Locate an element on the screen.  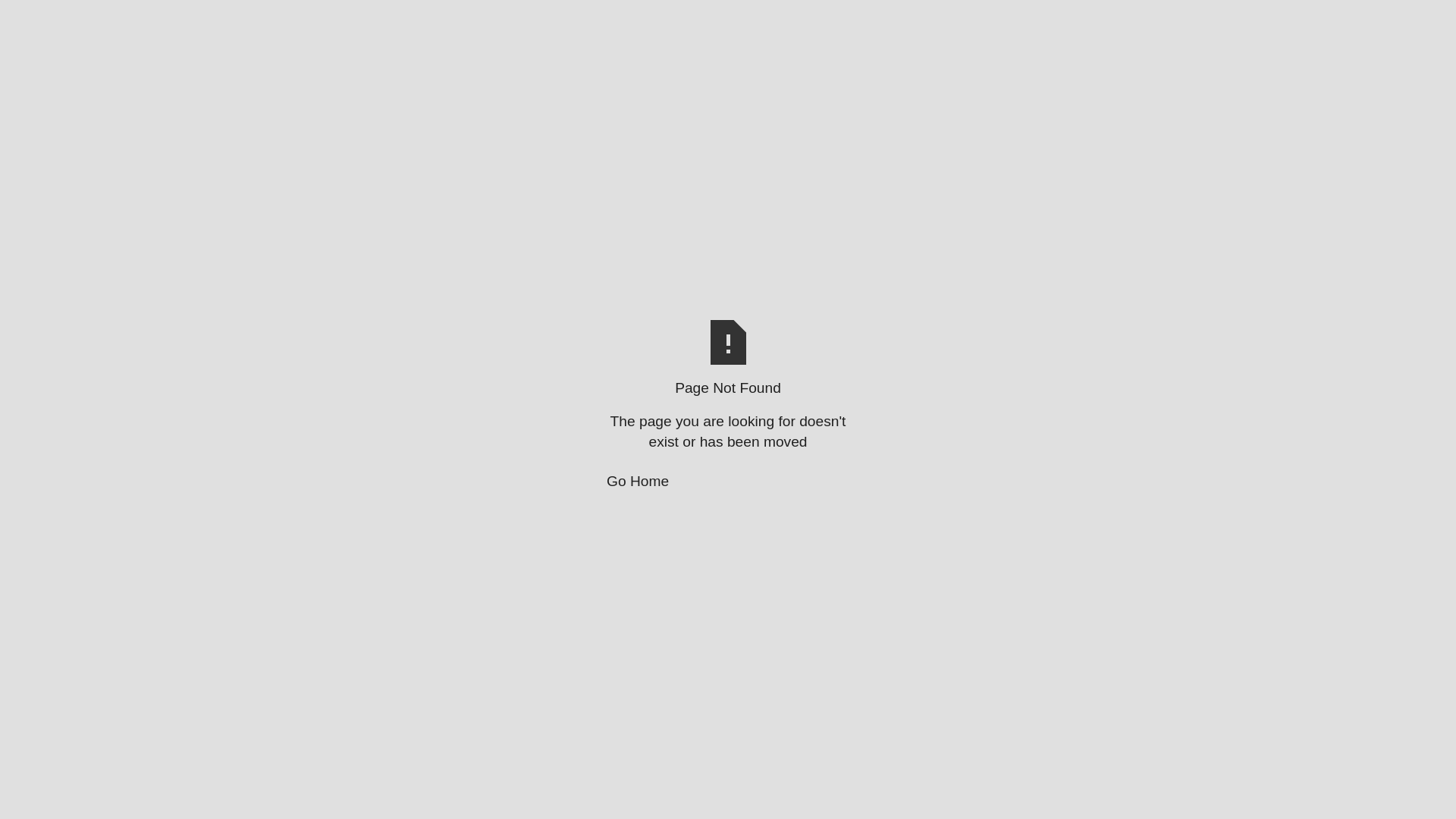
'Go Home' is located at coordinates (728, 482).